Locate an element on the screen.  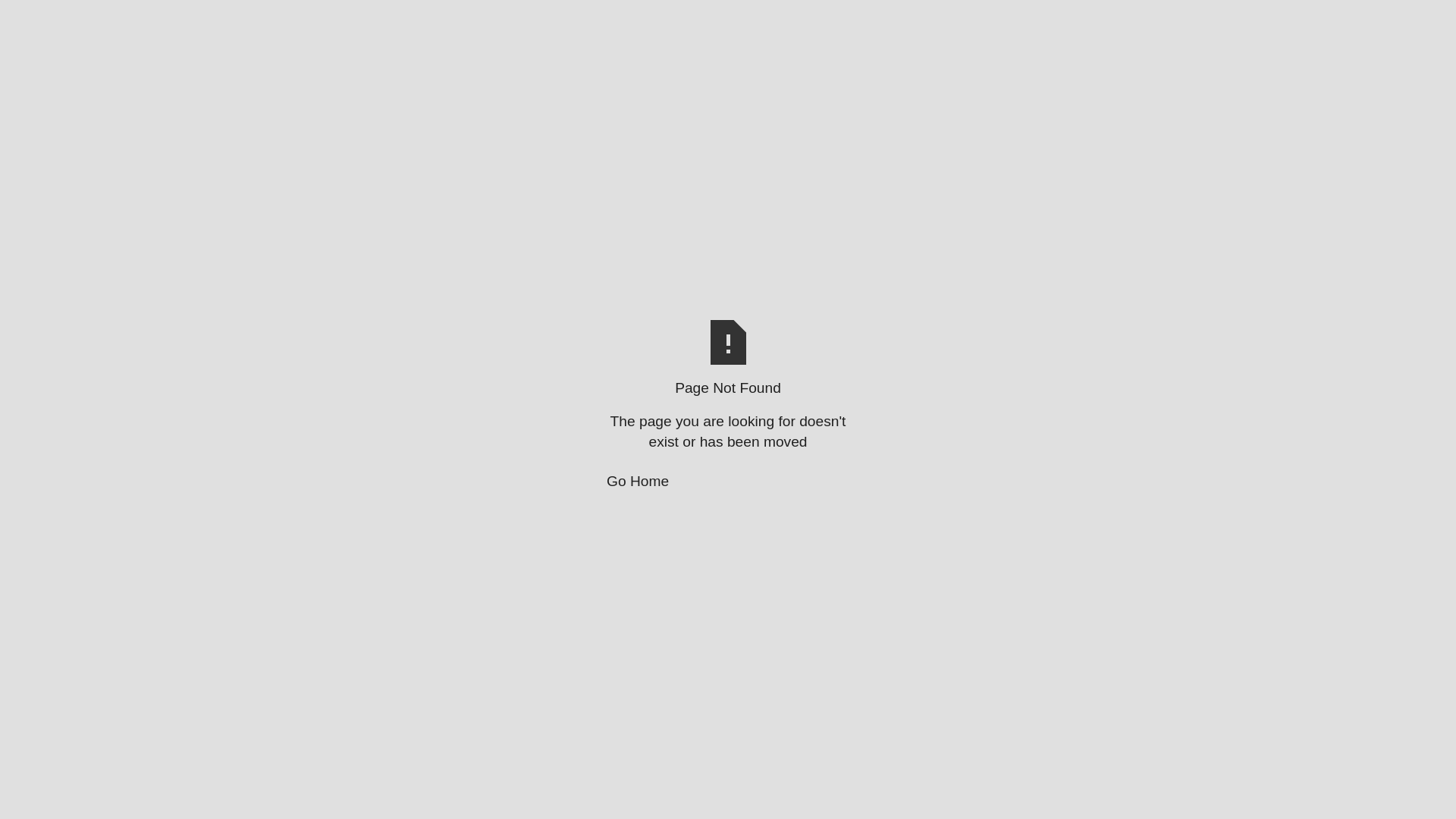
'Go Home' is located at coordinates (728, 482).